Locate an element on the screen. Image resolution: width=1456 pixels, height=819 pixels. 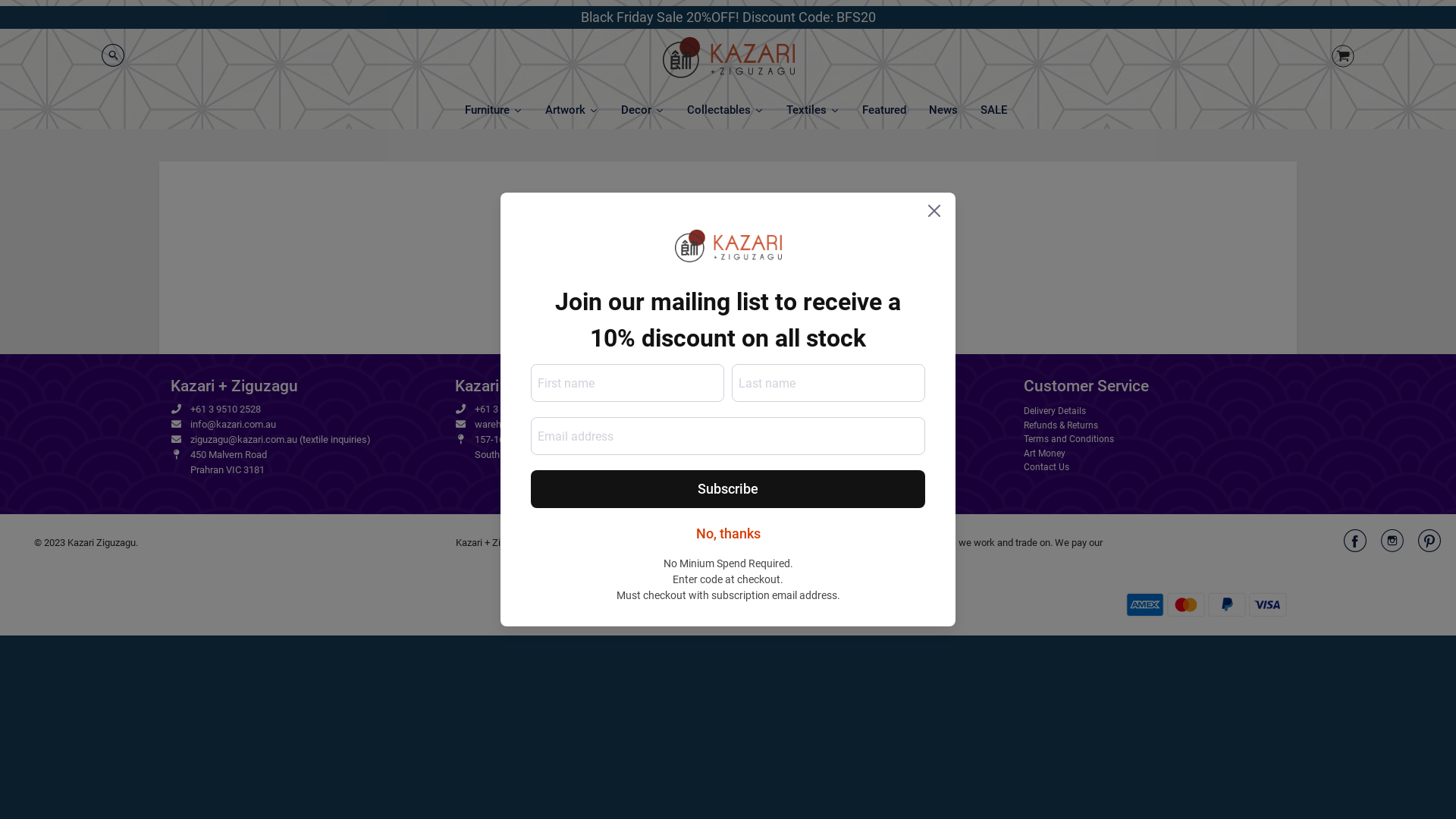
'Artwork' is located at coordinates (570, 109).